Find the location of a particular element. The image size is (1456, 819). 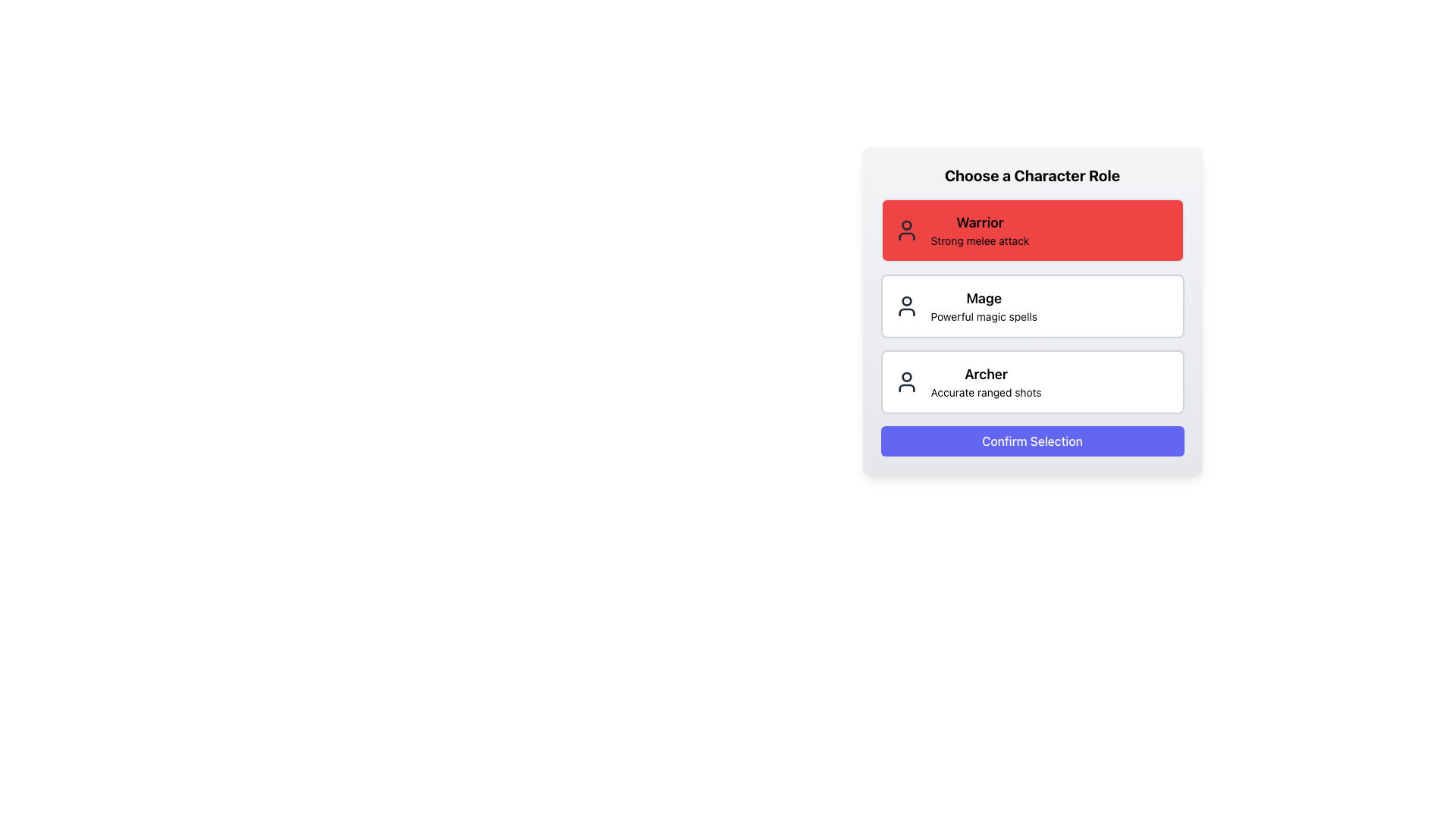

the 'Confirm Selection' button, which has a purple background and white text, located at the bottom of the user choice panel is located at coordinates (1031, 441).